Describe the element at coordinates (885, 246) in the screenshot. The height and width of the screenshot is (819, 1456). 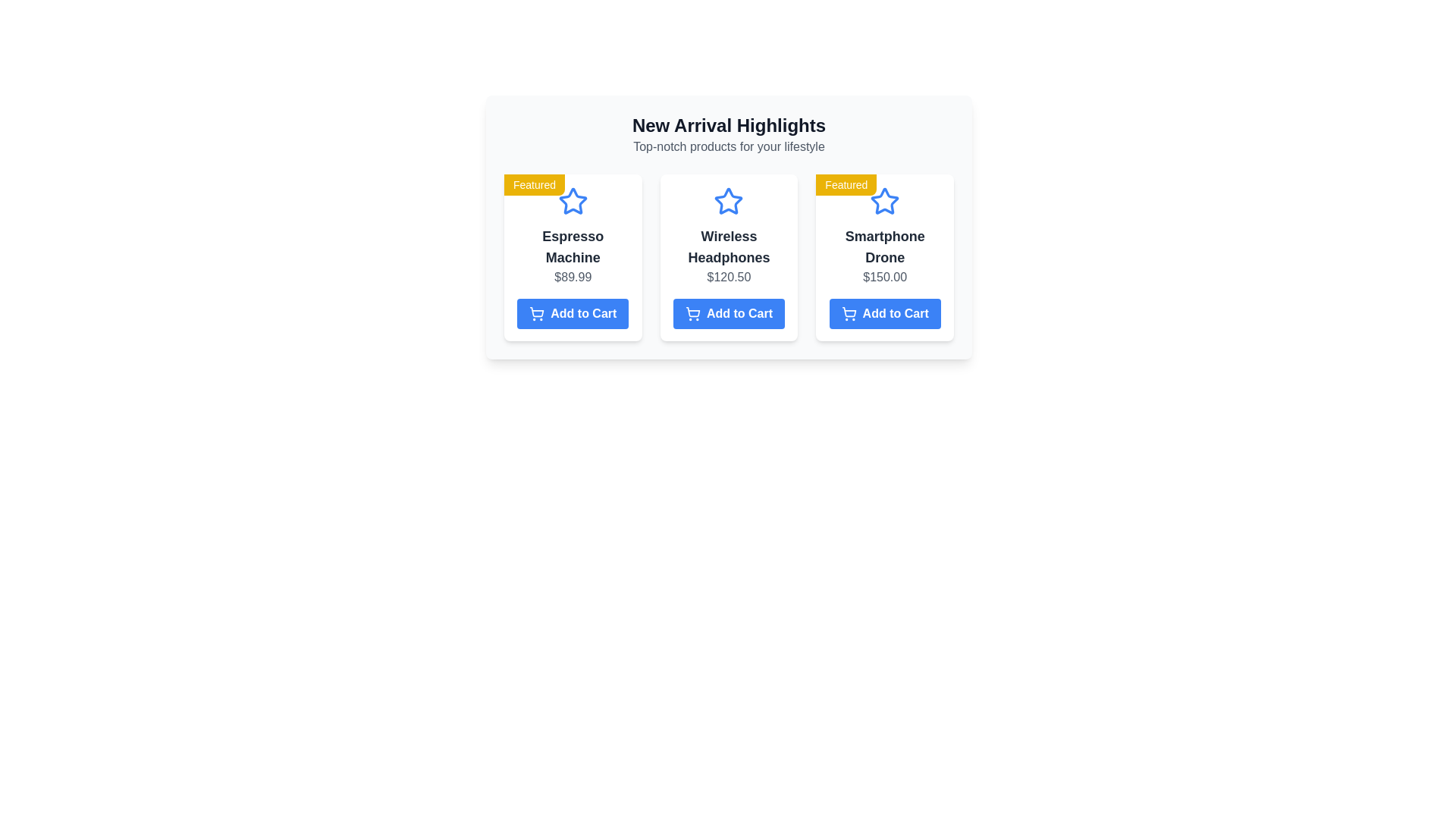
I see `the Text label displaying 'Smartphone Drone', which is the title of the product in the third card of the row` at that location.